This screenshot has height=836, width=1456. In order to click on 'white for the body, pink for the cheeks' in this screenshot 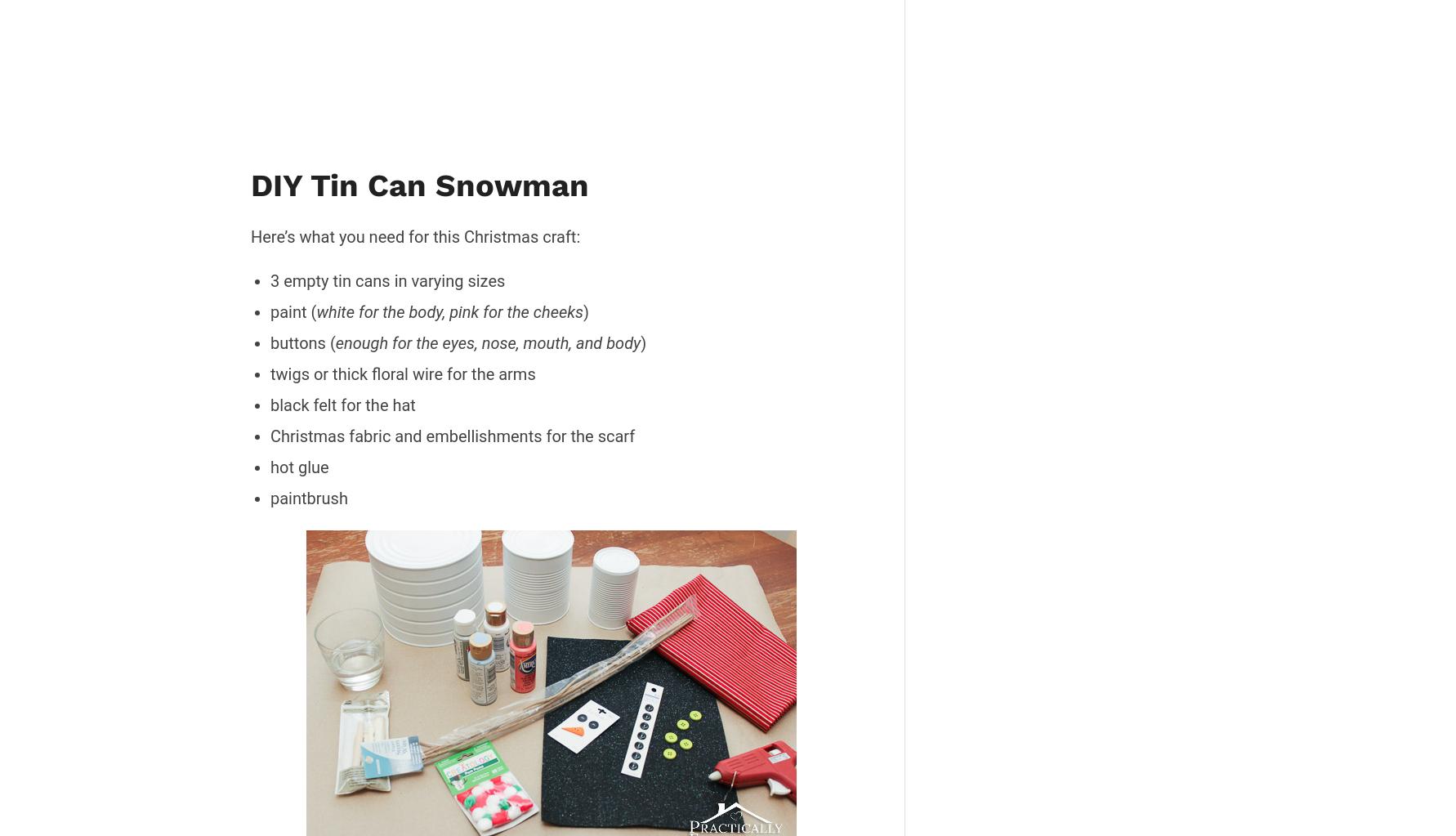, I will do `click(449, 310)`.